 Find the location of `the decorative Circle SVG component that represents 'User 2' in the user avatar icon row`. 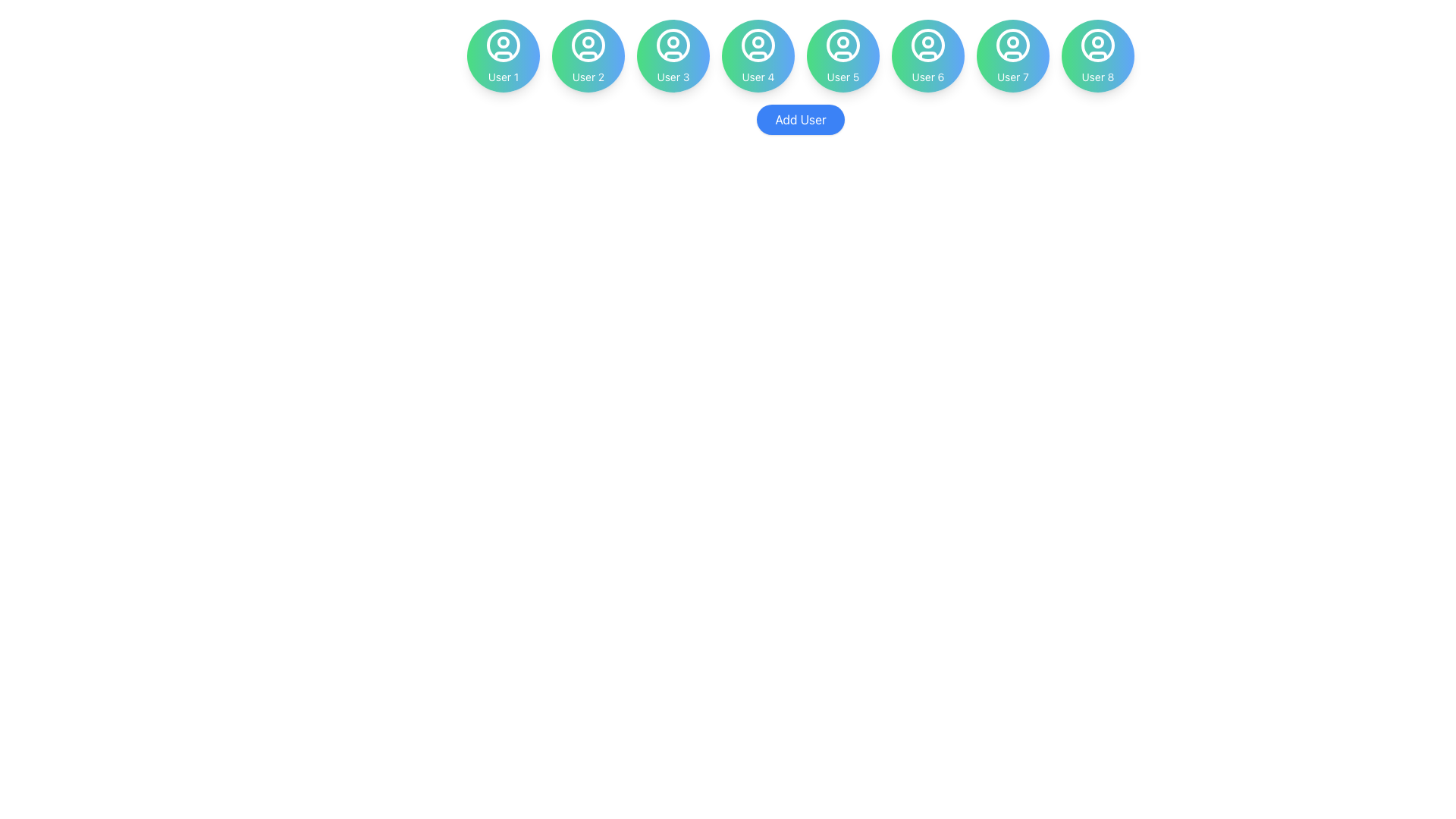

the decorative Circle SVG component that represents 'User 2' in the user avatar icon row is located at coordinates (588, 42).